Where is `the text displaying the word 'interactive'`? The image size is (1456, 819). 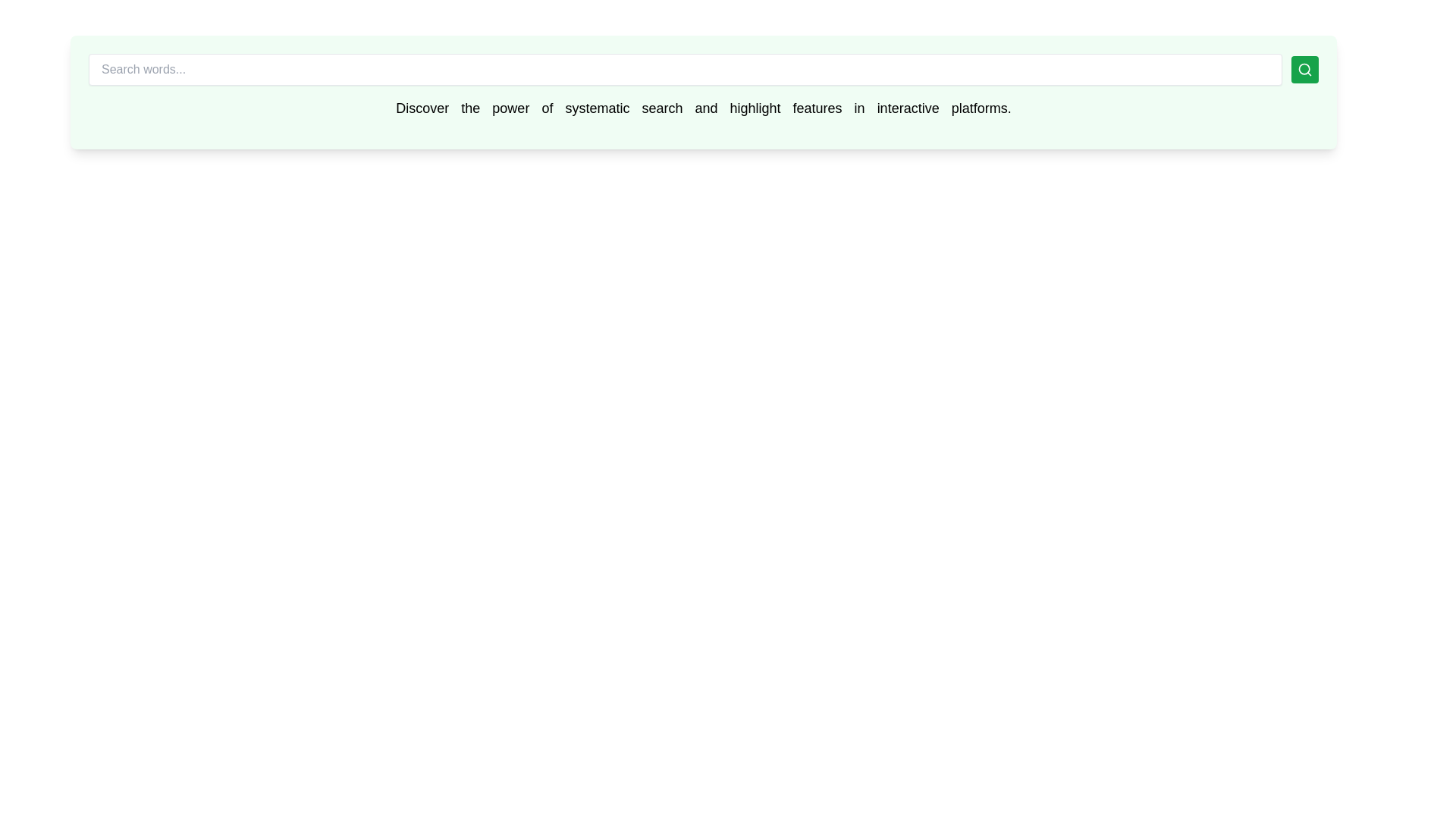
the text displaying the word 'interactive' is located at coordinates (908, 107).